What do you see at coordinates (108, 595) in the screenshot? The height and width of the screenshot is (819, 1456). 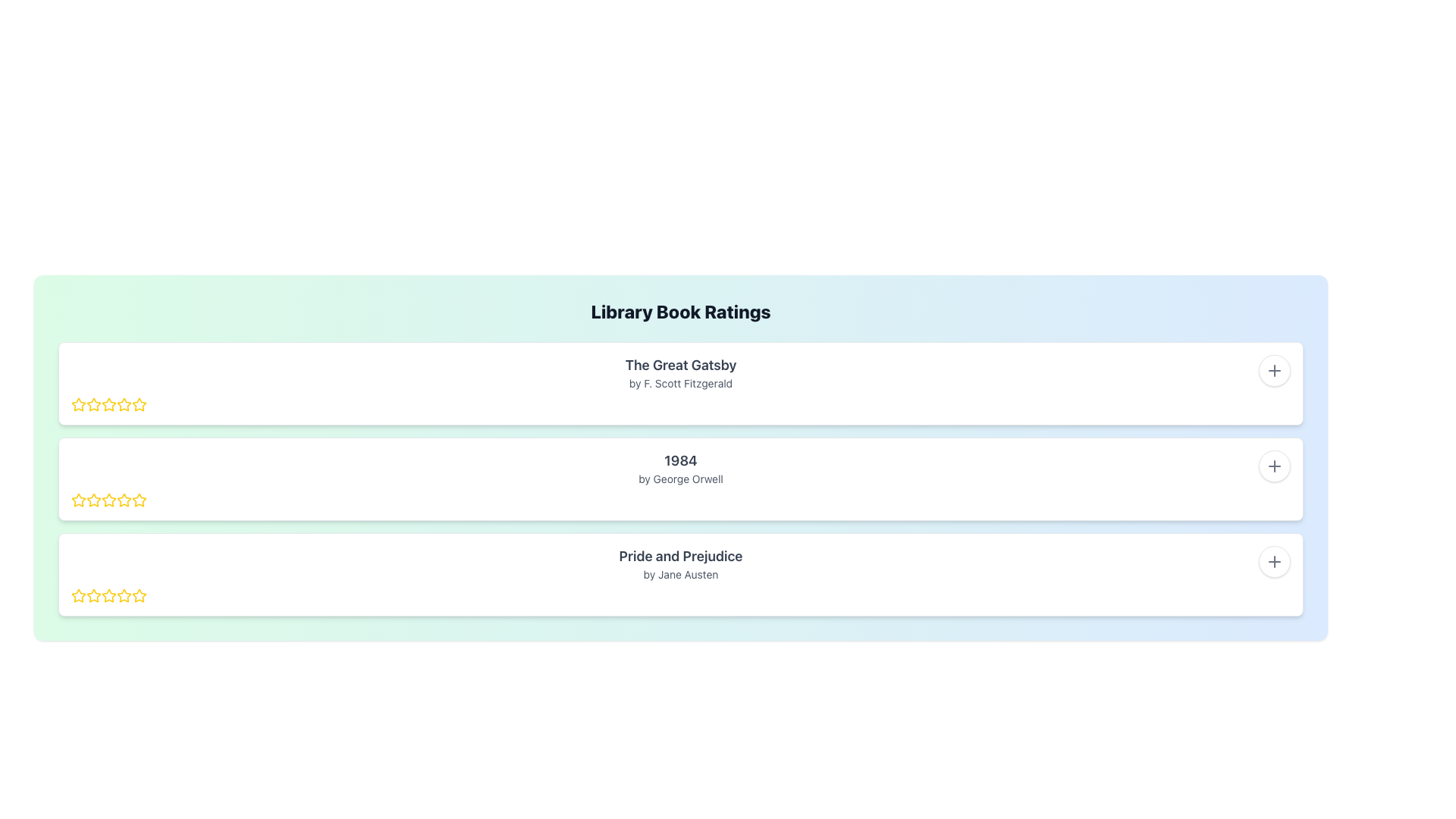 I see `the first star icon in the rating bar` at bounding box center [108, 595].